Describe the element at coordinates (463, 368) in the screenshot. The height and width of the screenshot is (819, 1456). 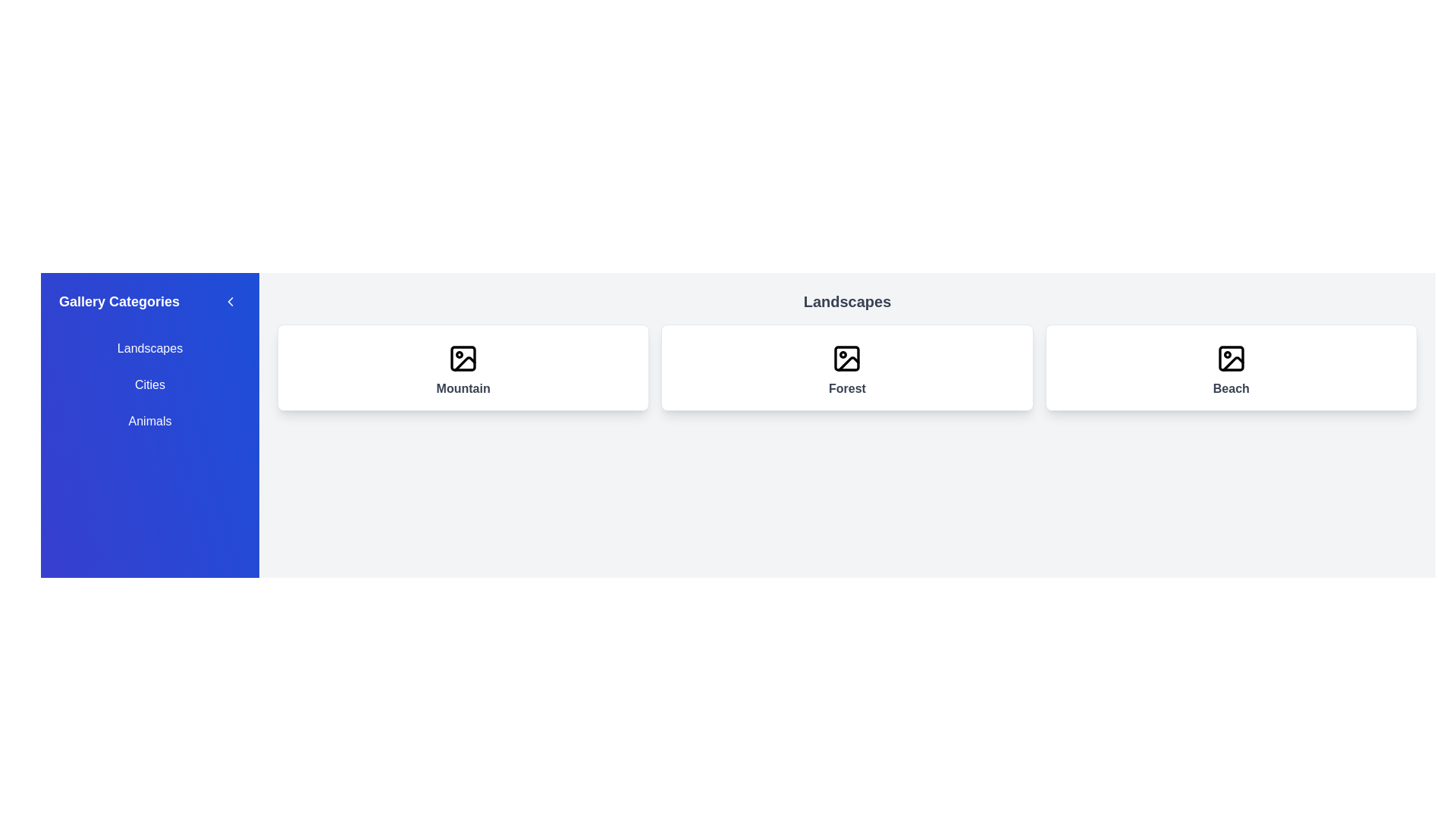
I see `the 'Mountain' category card-style button, which is the first card in a row of three within the gallery grid layout` at that location.